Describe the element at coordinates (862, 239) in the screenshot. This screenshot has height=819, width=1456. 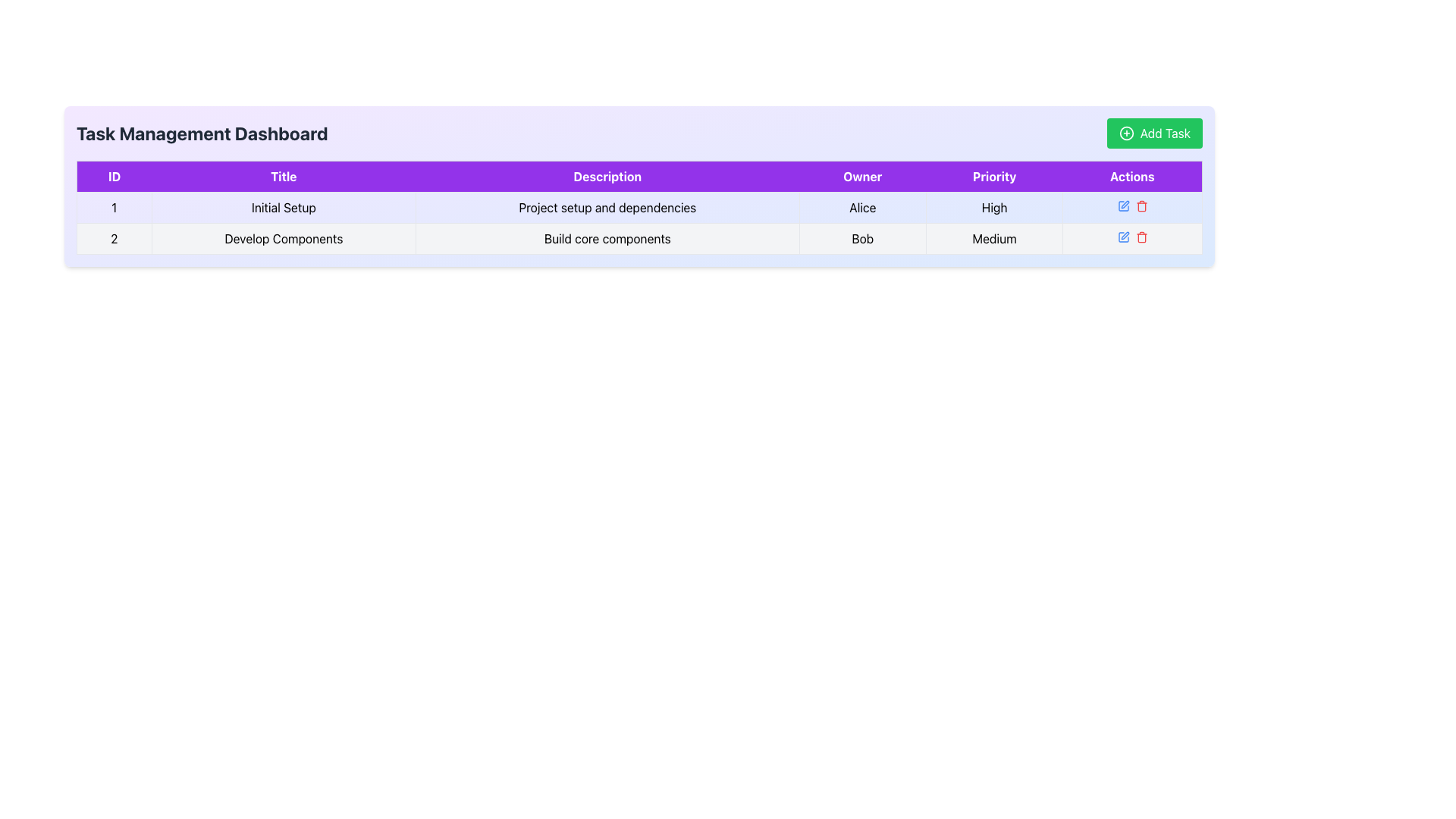
I see `the text cell` at that location.